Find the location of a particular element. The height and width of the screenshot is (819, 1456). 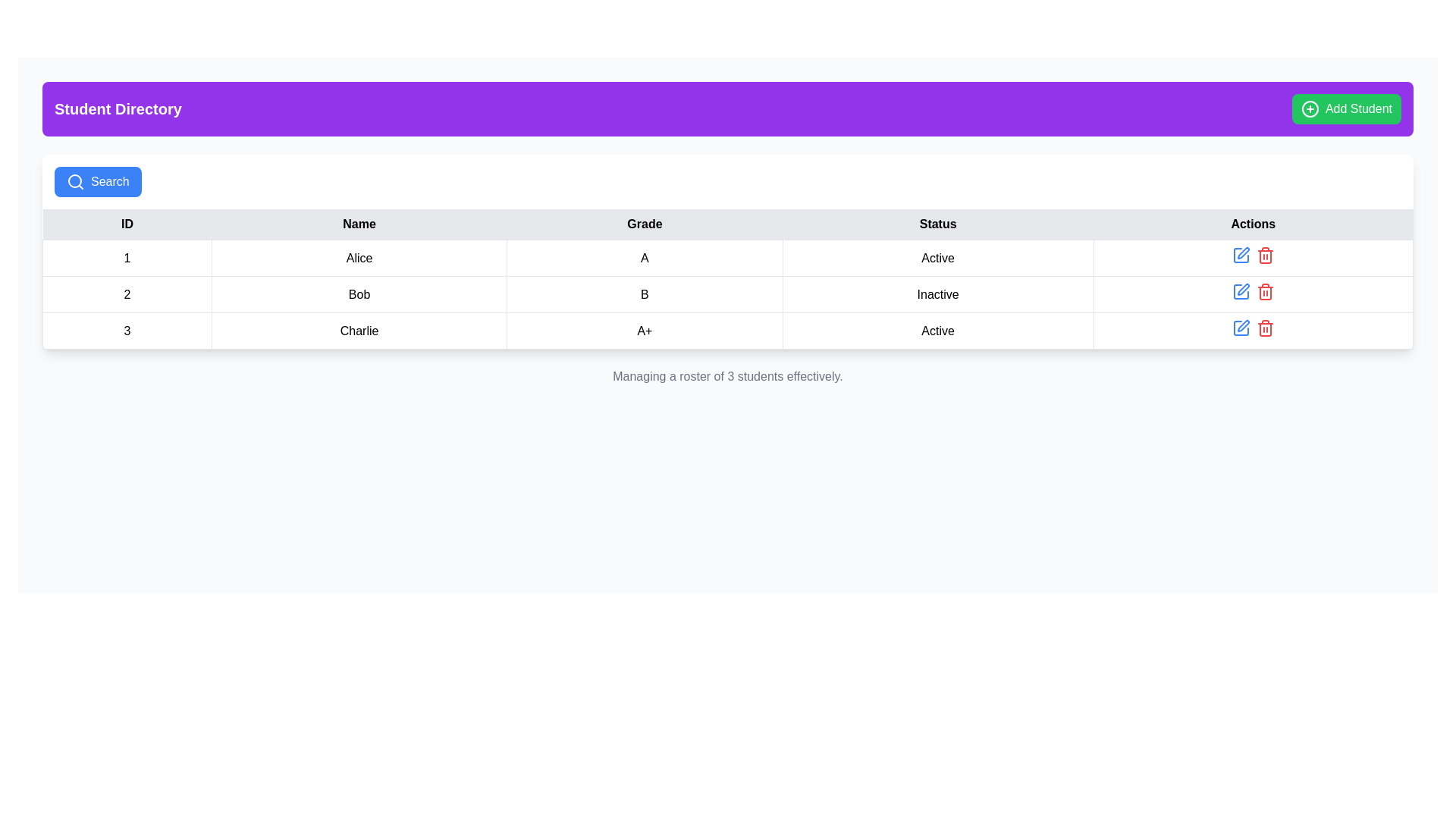

the text label element displaying the name 'Bob' in the second column of the second row of the table is located at coordinates (359, 294).